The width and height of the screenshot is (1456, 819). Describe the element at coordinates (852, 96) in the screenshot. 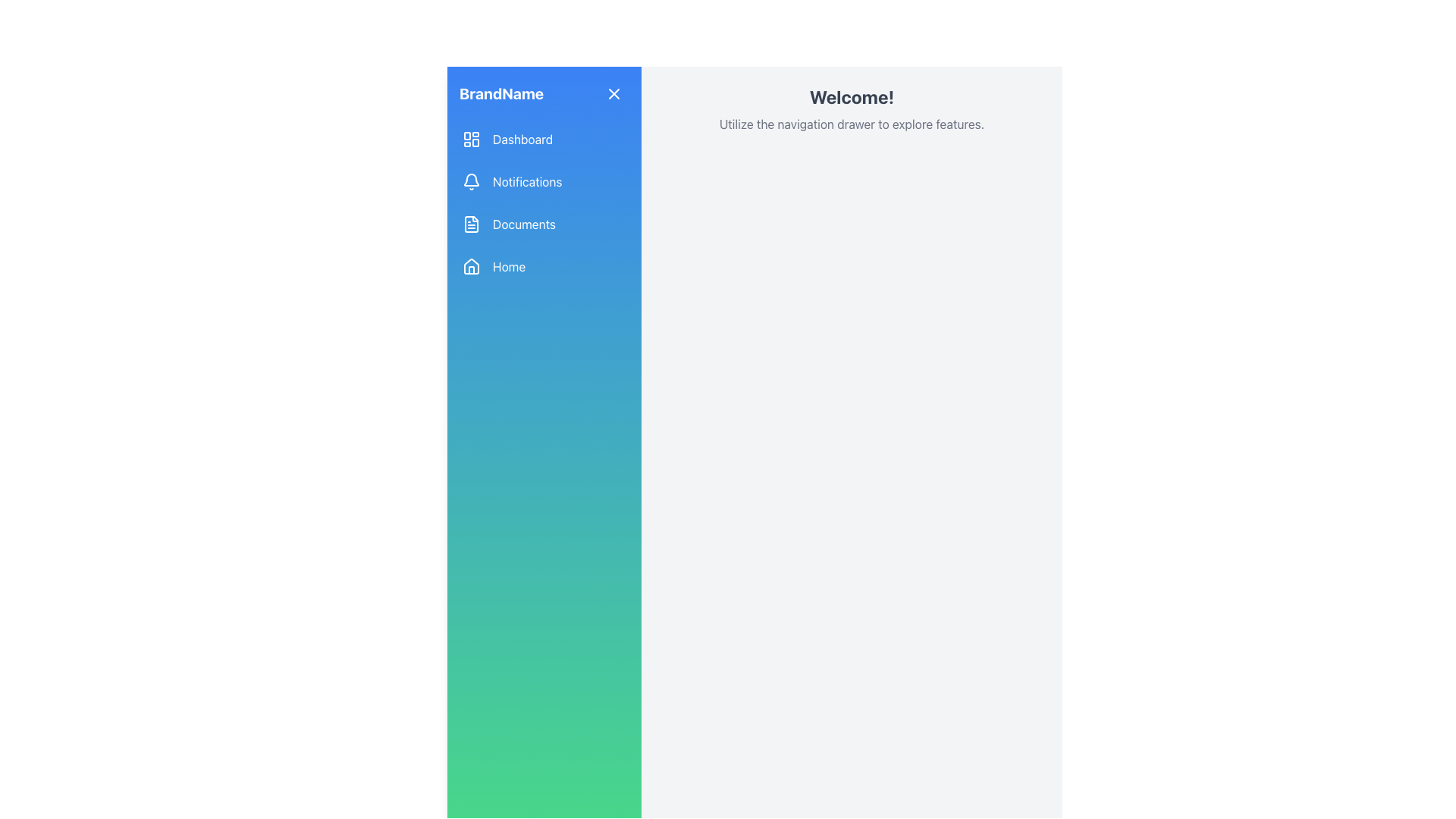

I see `the static text element displaying 'Welcome!' which is styled in bold and large black font and positioned at the top center of the content section` at that location.